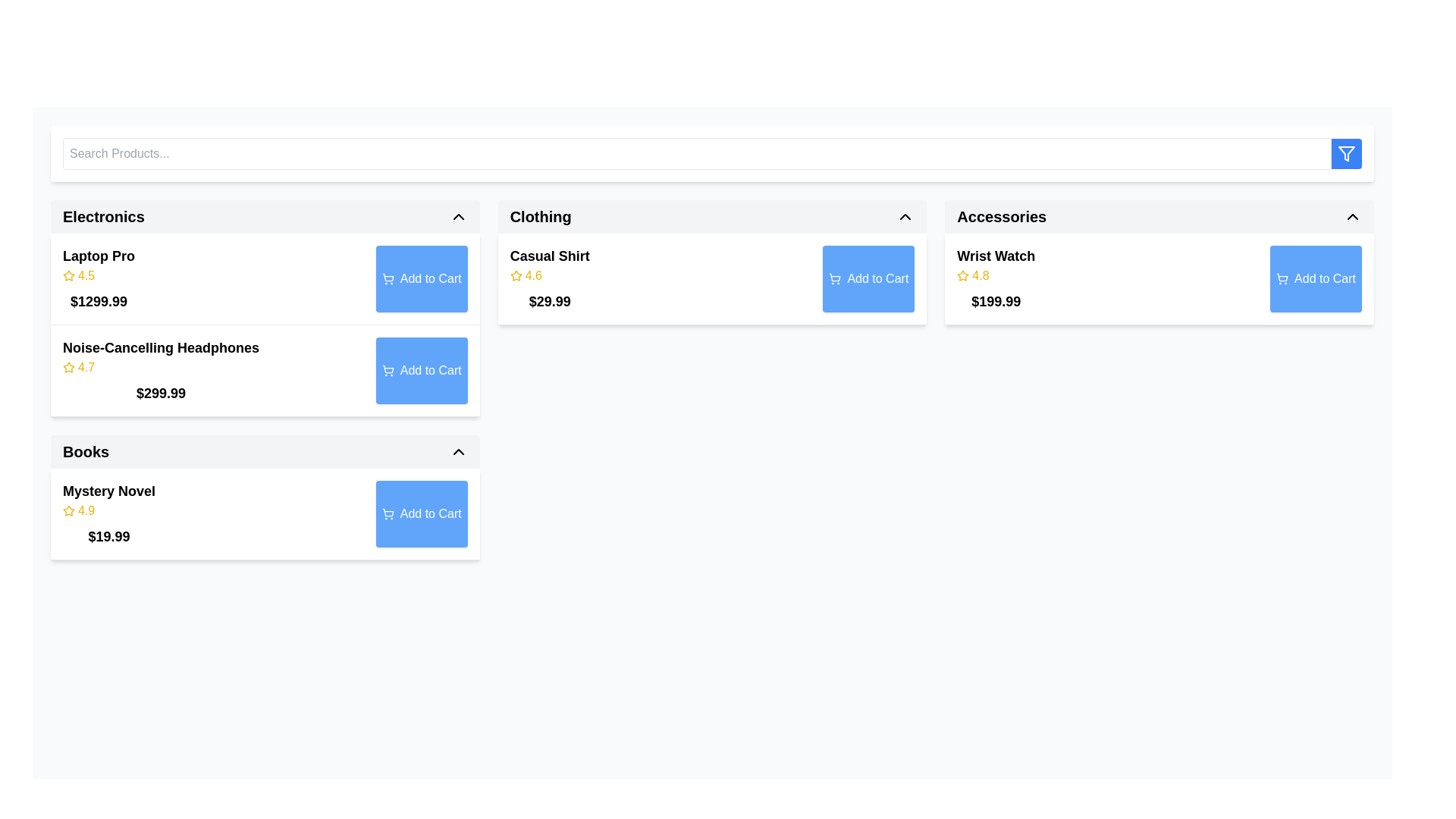  What do you see at coordinates (1159, 279) in the screenshot?
I see `the product details by reading the contents of the Card component located in the Accessories section, positioned under the Accessories title` at bounding box center [1159, 279].